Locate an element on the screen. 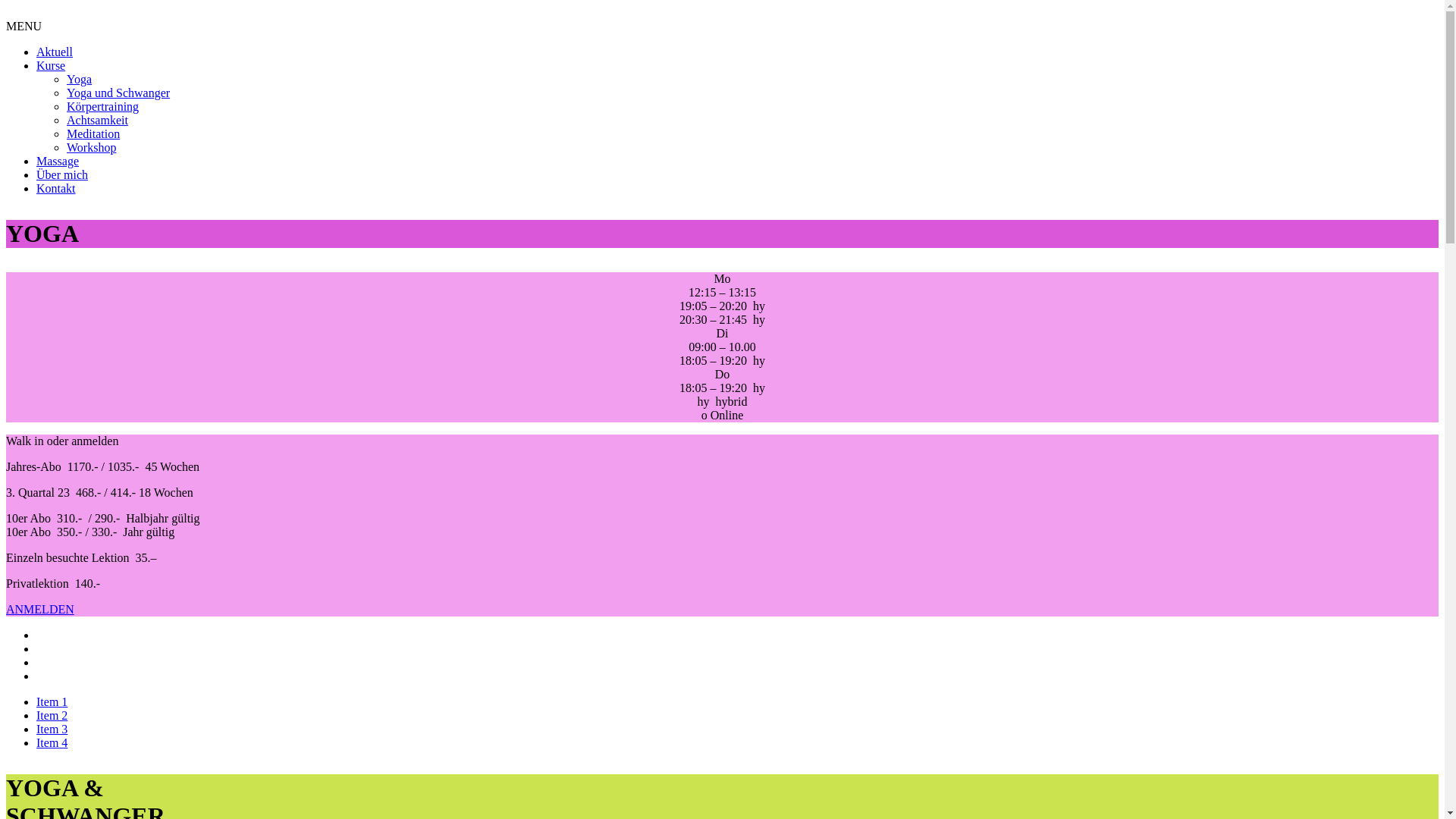 The image size is (1456, 819). 'Massage' is located at coordinates (58, 161).